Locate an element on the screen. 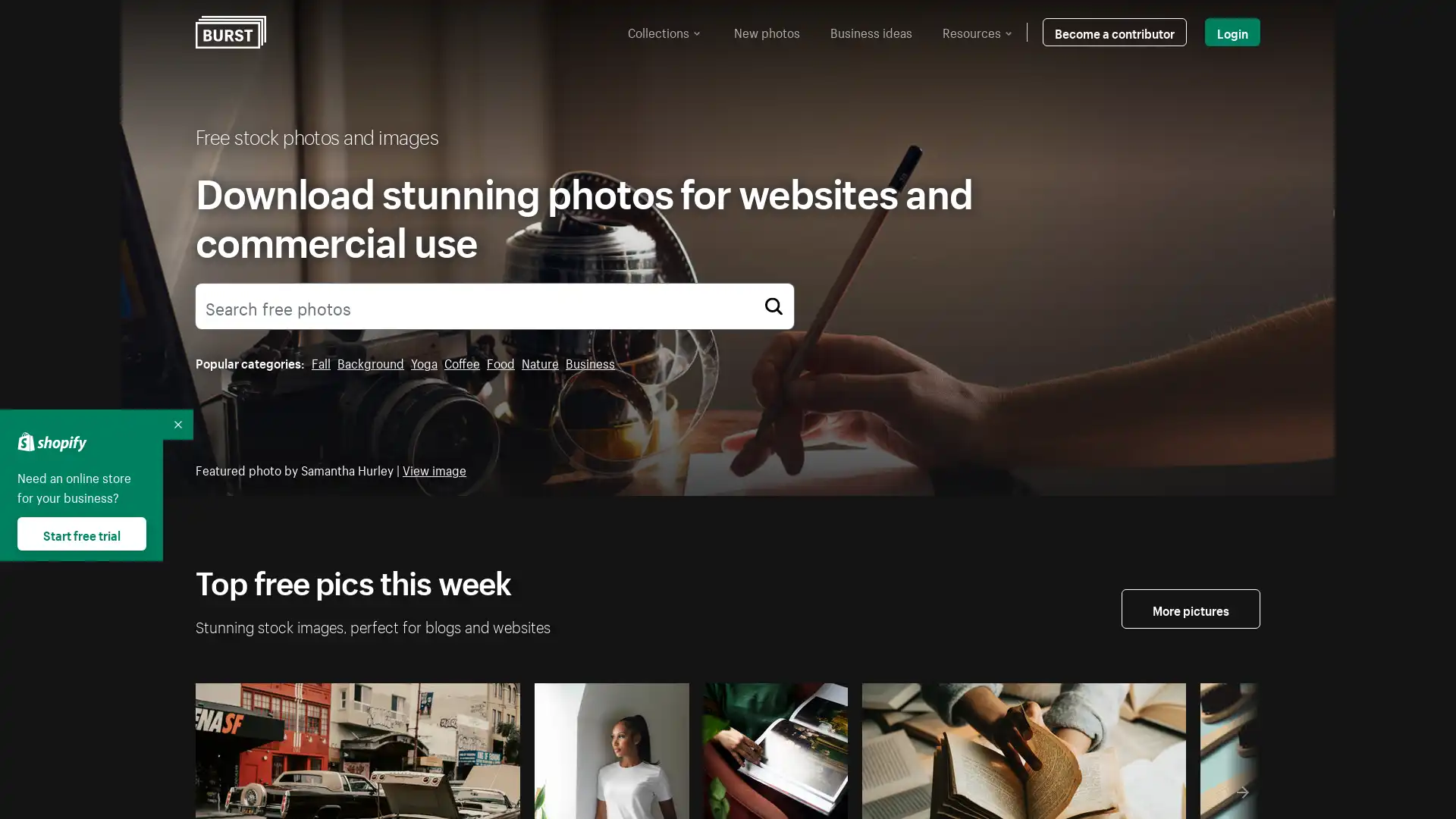 The image size is (1456, 819). Collapse is located at coordinates (178, 424).